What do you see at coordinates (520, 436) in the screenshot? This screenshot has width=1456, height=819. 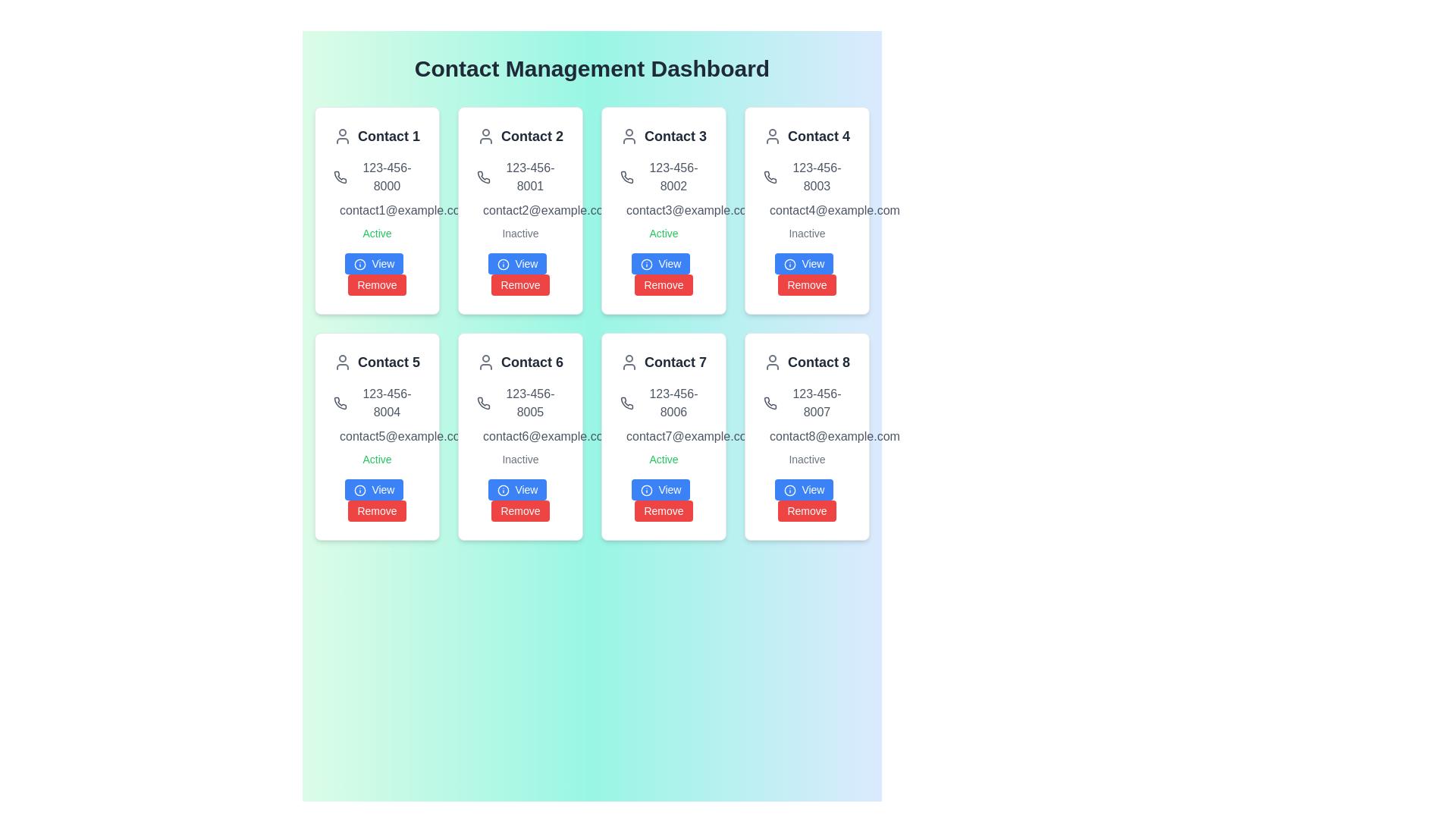 I see `the Text display field that shows the email address 'contact6@example.com' in gray color, located in the sixth card titled 'Contact 6', positioned below the phone number '123-456-8005'` at bounding box center [520, 436].